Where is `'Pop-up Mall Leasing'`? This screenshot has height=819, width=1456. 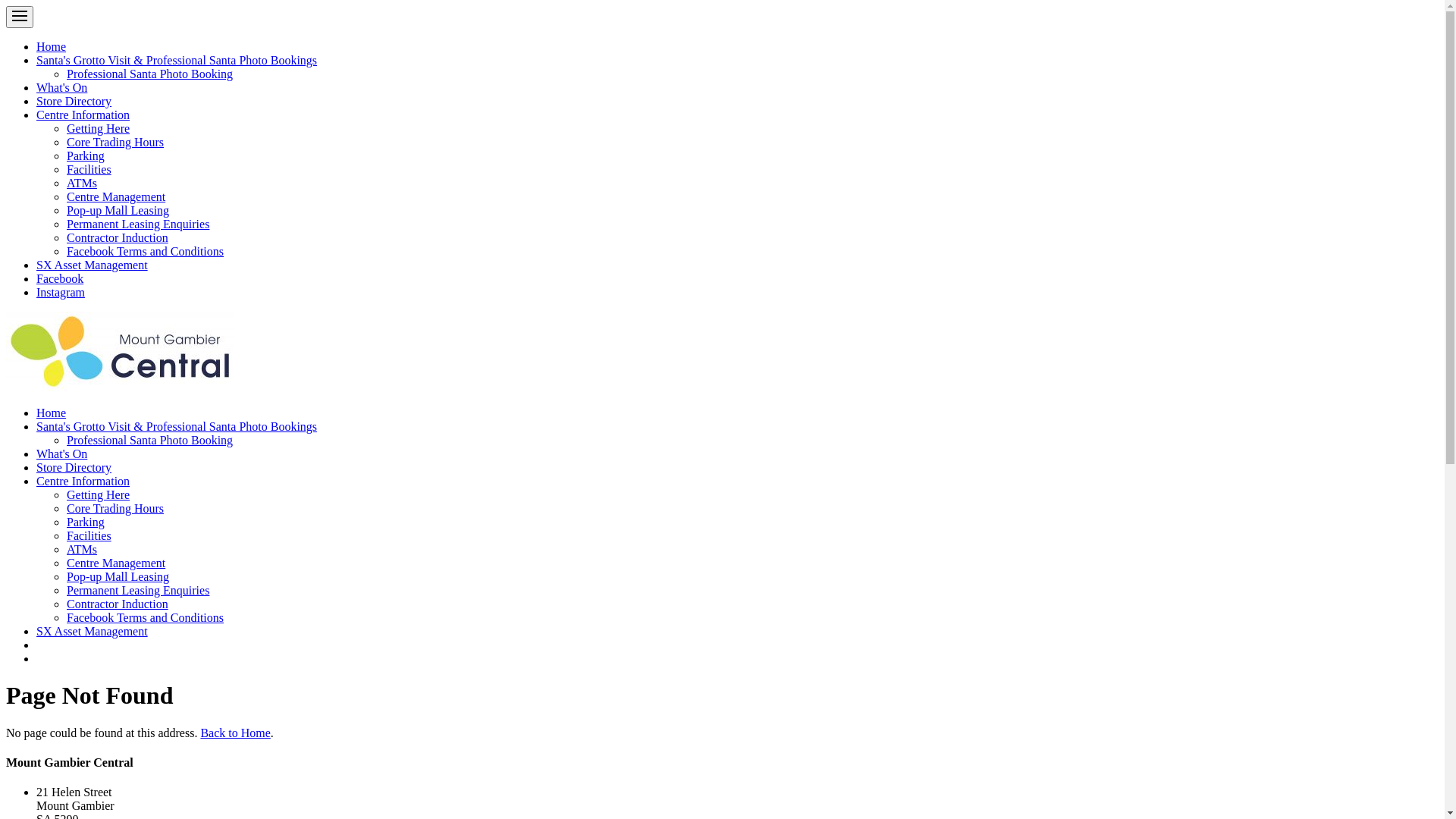
'Pop-up Mall Leasing' is located at coordinates (117, 210).